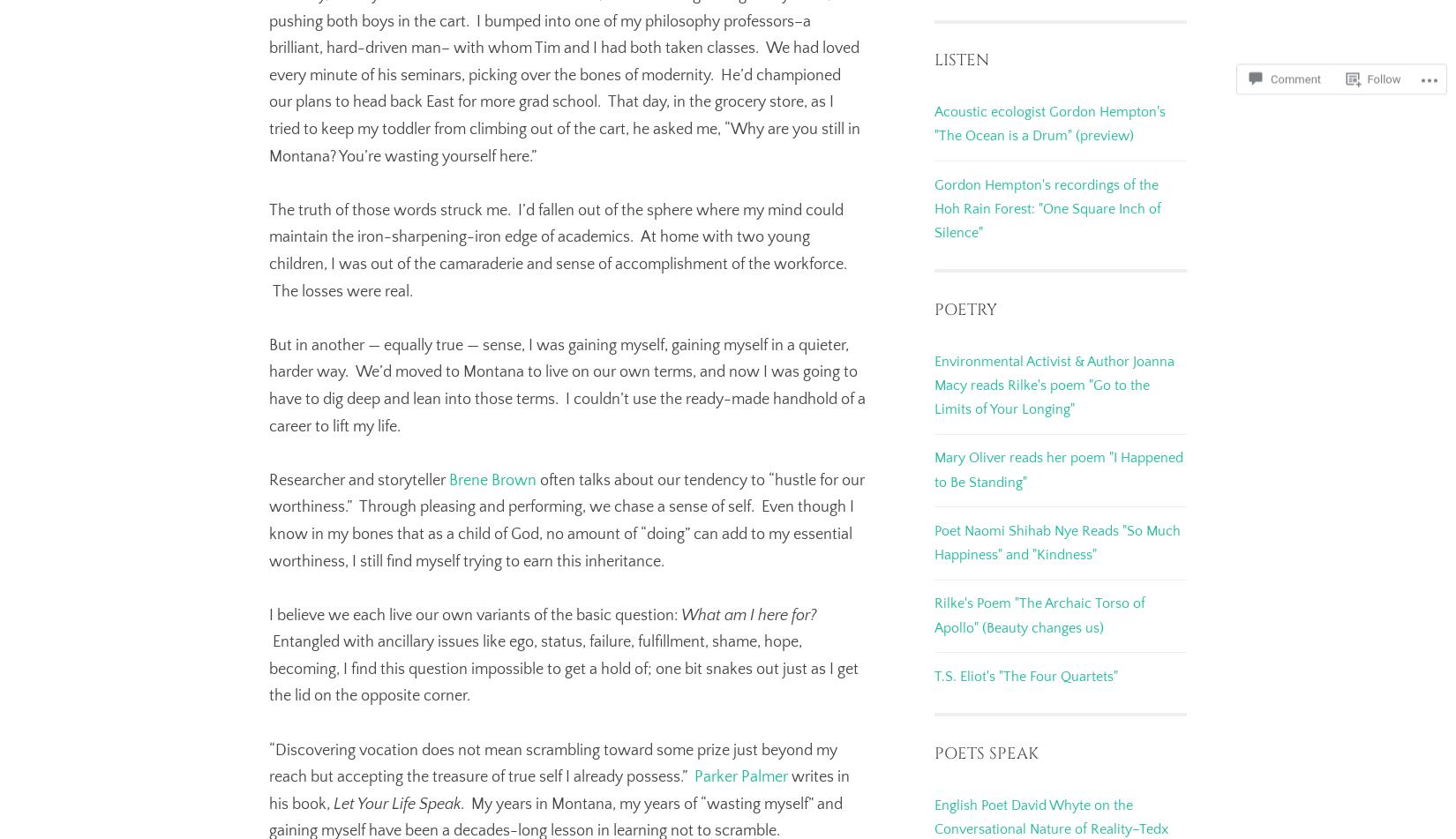  I want to click on 'Poet Naomi Shihab Nye Reads "So Much Happiness" and "Kindness"', so click(1057, 542).